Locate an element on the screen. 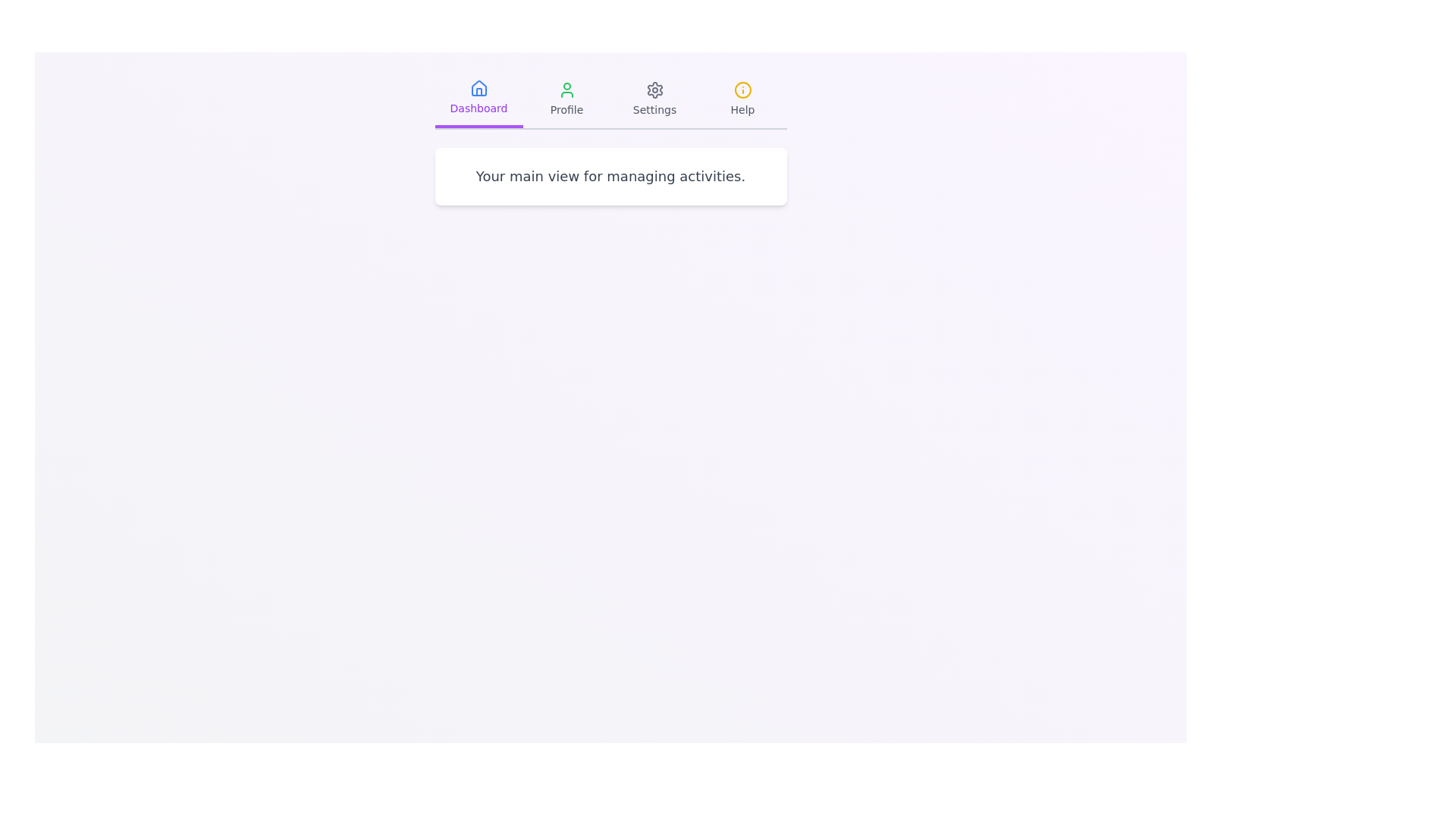 The height and width of the screenshot is (819, 1456). the tab labeled Dashboard is located at coordinates (478, 99).